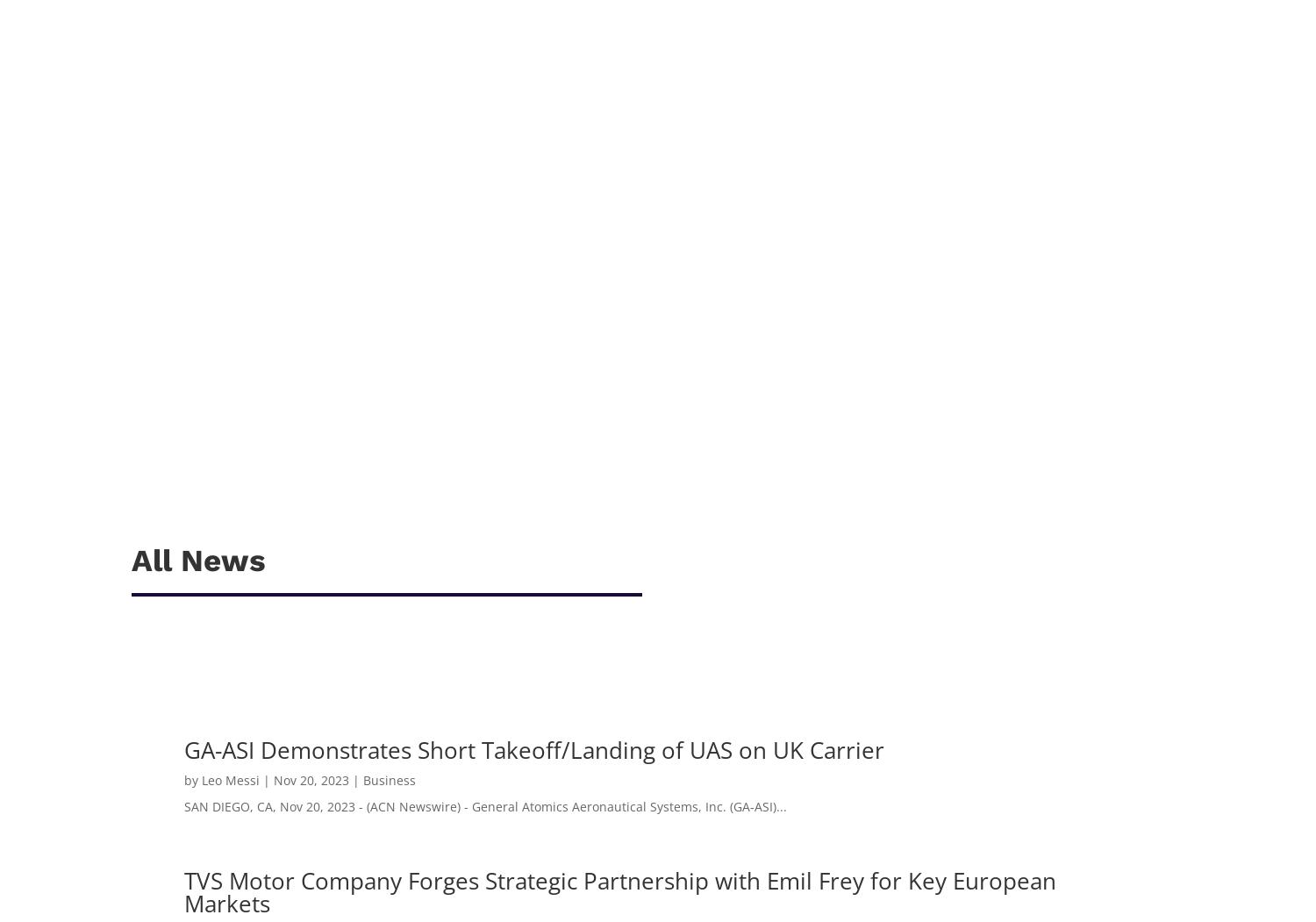  Describe the element at coordinates (511, 338) in the screenshot. I see `'Card91, a payment infrastructure platform, has appointed Srijit Sanyal as Vice President, Sales & Partnership.  A veteran in the Fintech industry, Srijit has nearly 2 decades of rich sales experience with banks, fintechs and pharmaceuticals and has held senior...'` at that location.